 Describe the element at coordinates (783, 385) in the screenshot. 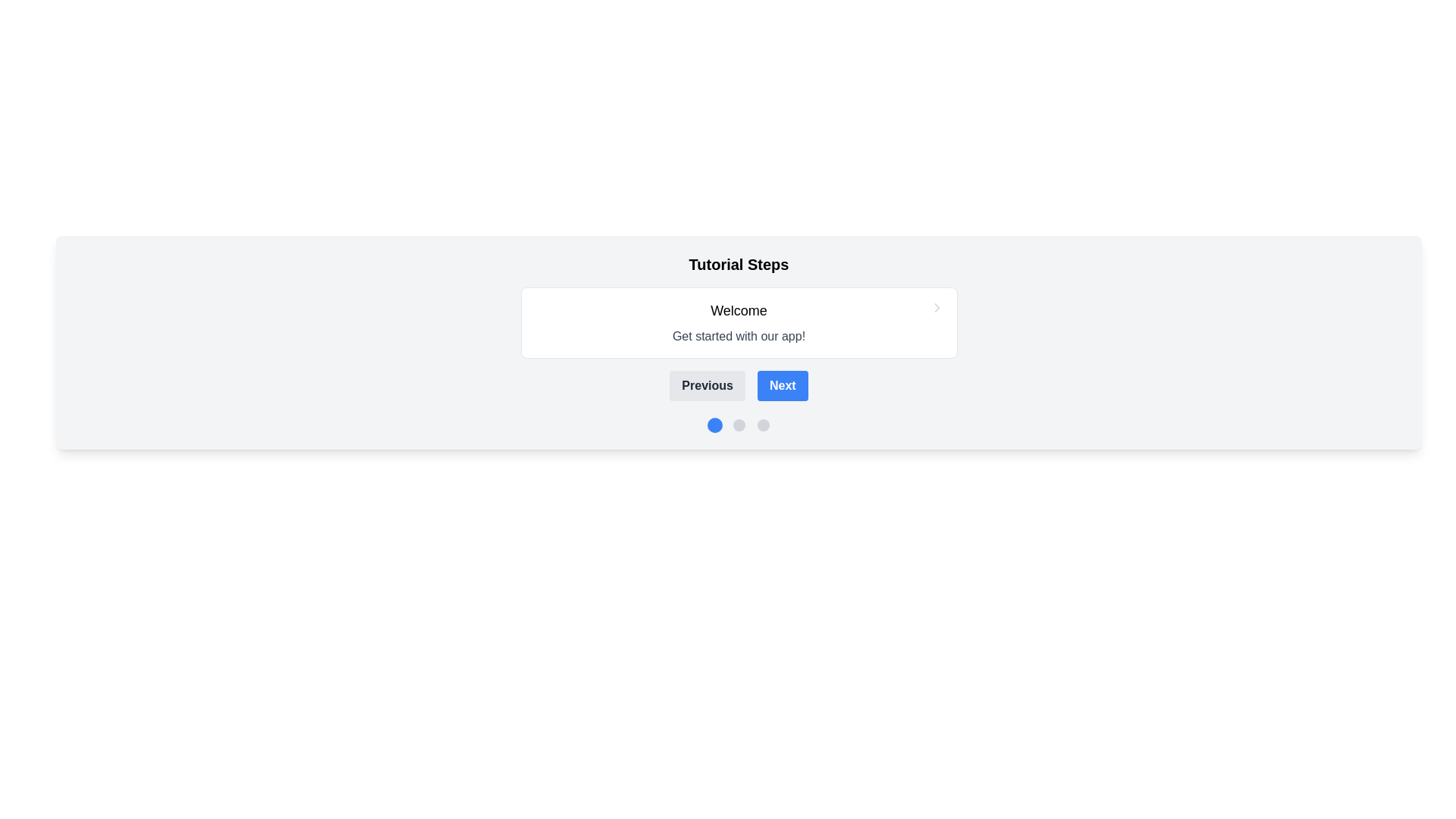

I see `the 'Next' button, which is a rectangular button with rounded corners, blue background, and white bold text` at that location.